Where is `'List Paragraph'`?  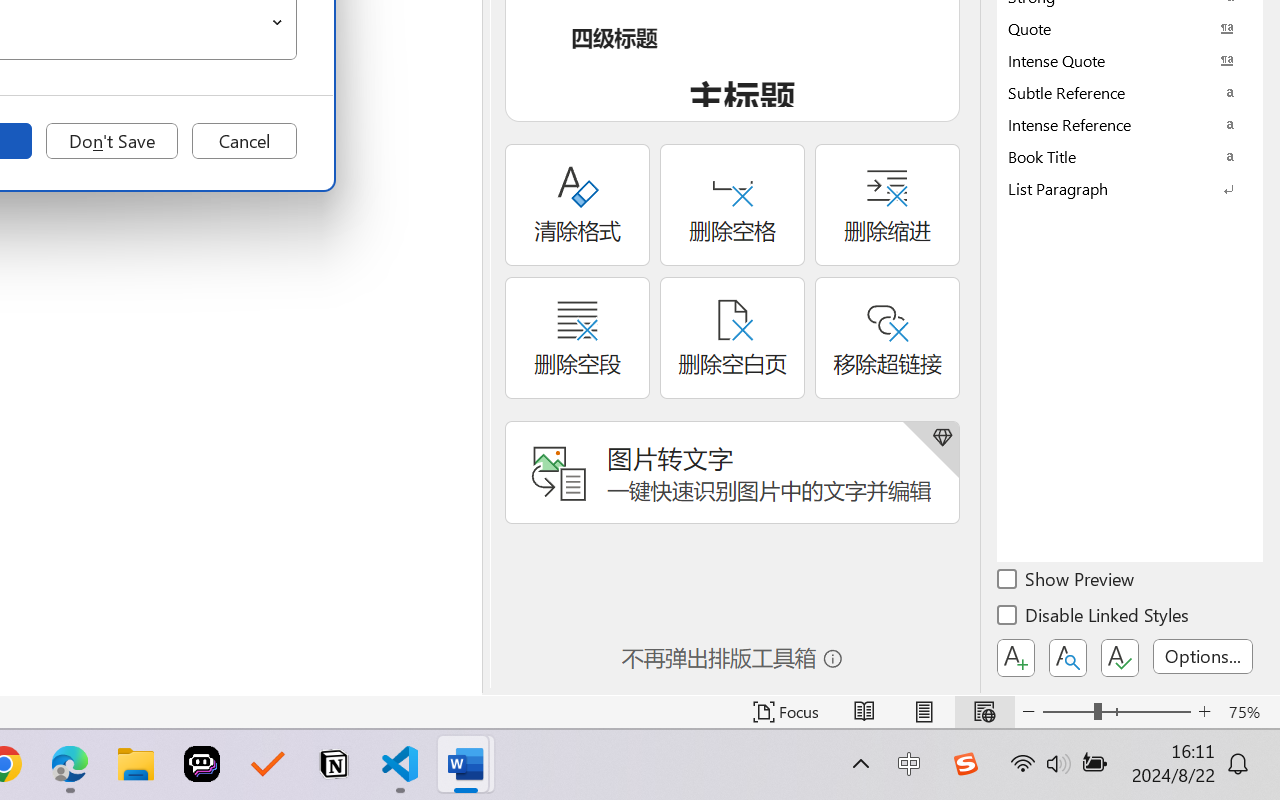
'List Paragraph' is located at coordinates (1130, 187).